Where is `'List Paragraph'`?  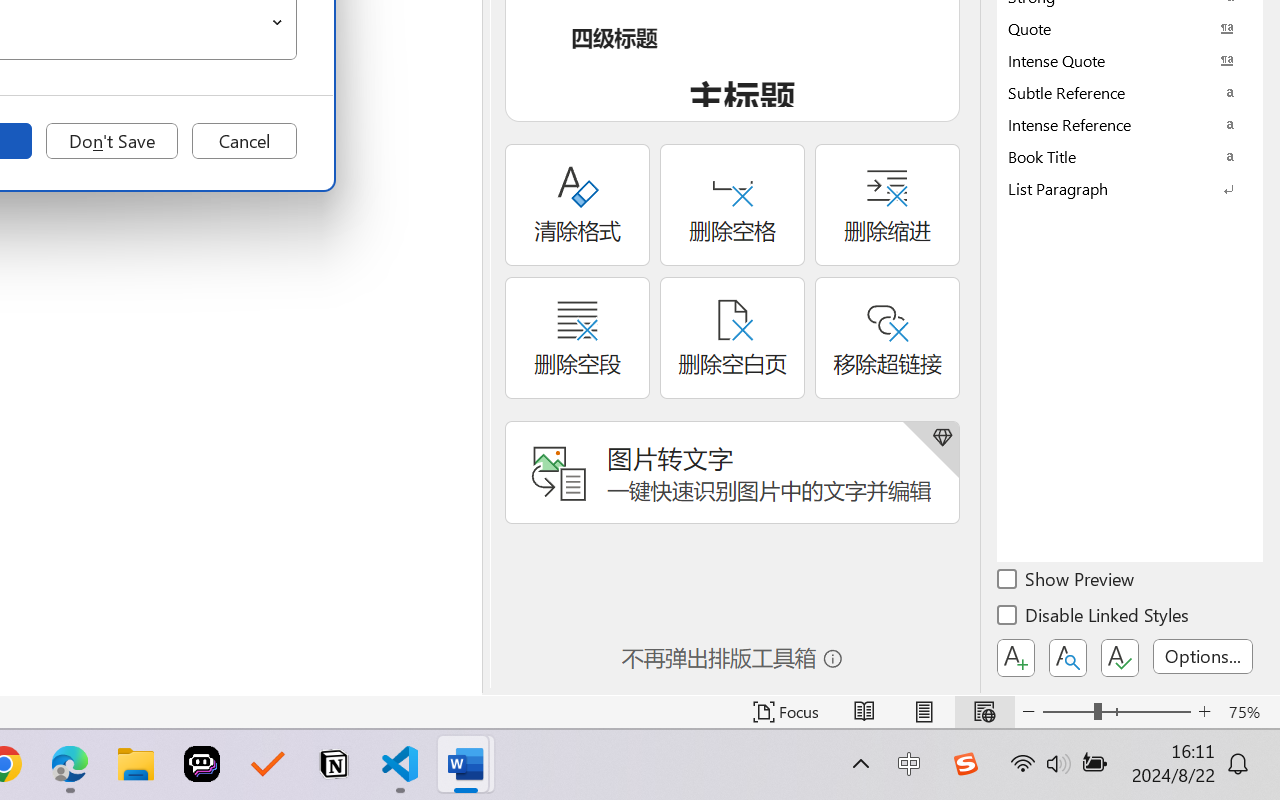
'List Paragraph' is located at coordinates (1130, 187).